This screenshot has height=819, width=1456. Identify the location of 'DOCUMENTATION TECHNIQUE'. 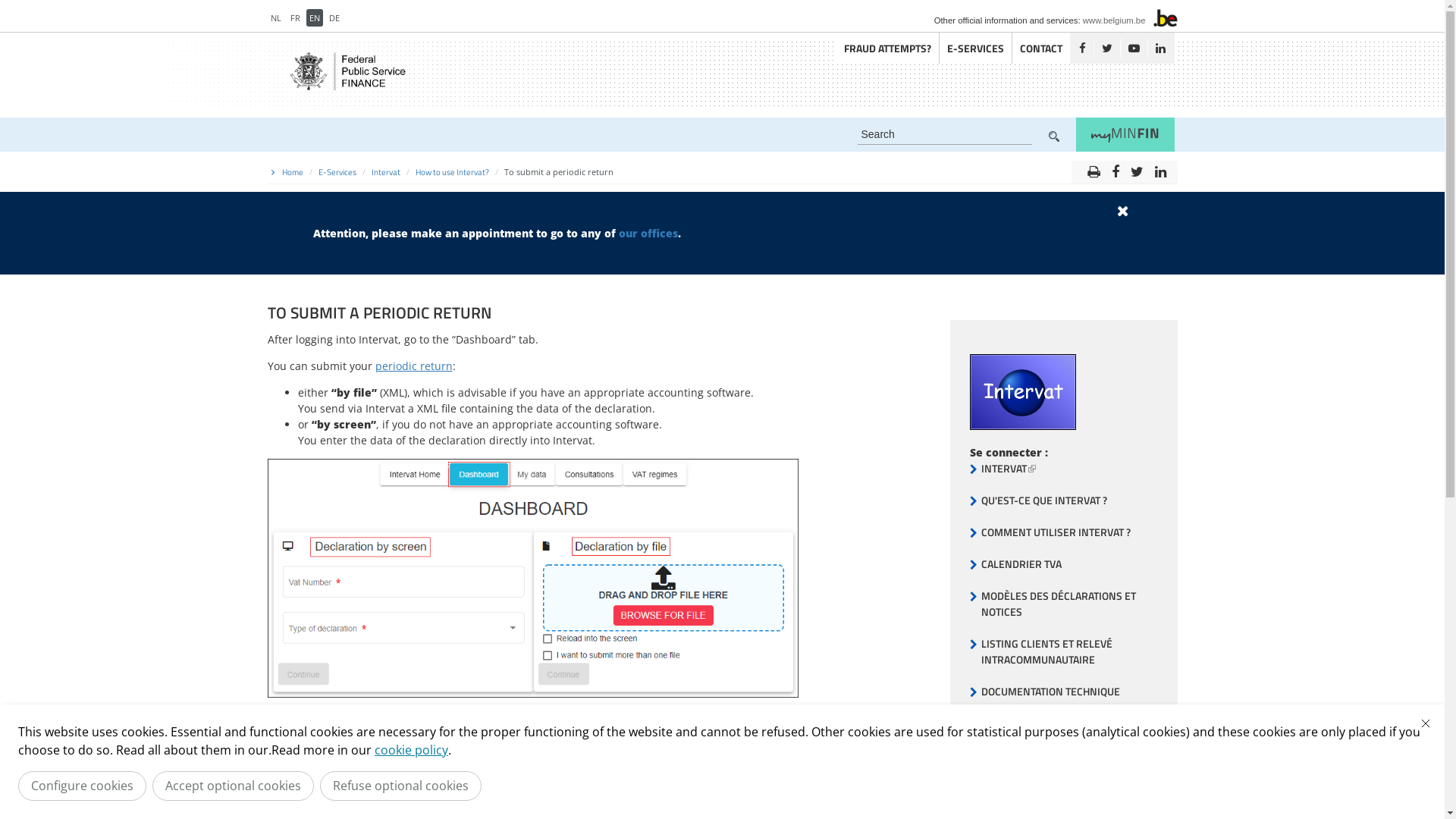
(1050, 691).